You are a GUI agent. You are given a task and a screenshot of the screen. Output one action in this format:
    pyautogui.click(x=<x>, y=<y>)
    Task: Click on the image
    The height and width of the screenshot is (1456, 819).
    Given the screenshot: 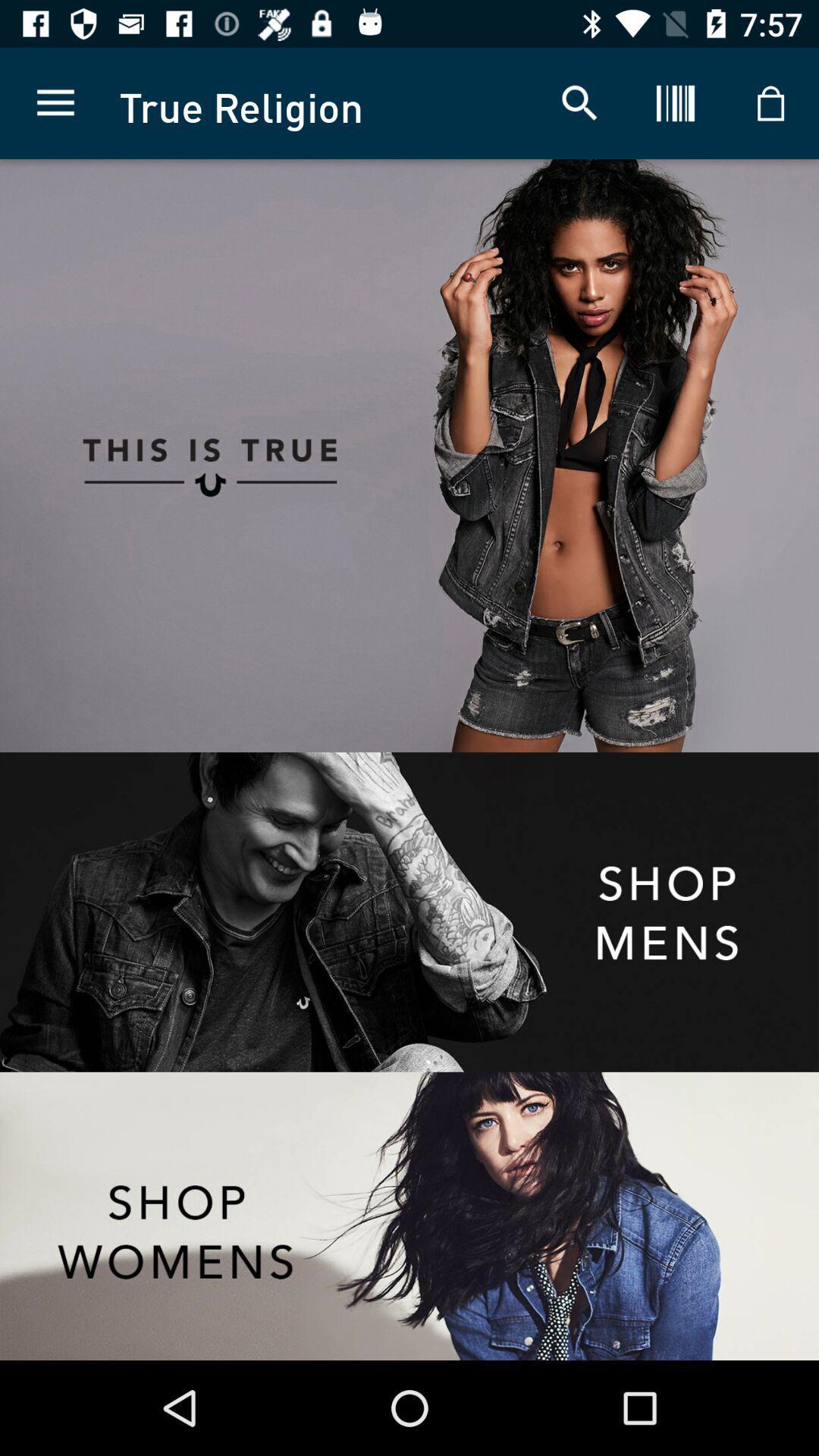 What is the action you would take?
    pyautogui.click(x=614, y=455)
    